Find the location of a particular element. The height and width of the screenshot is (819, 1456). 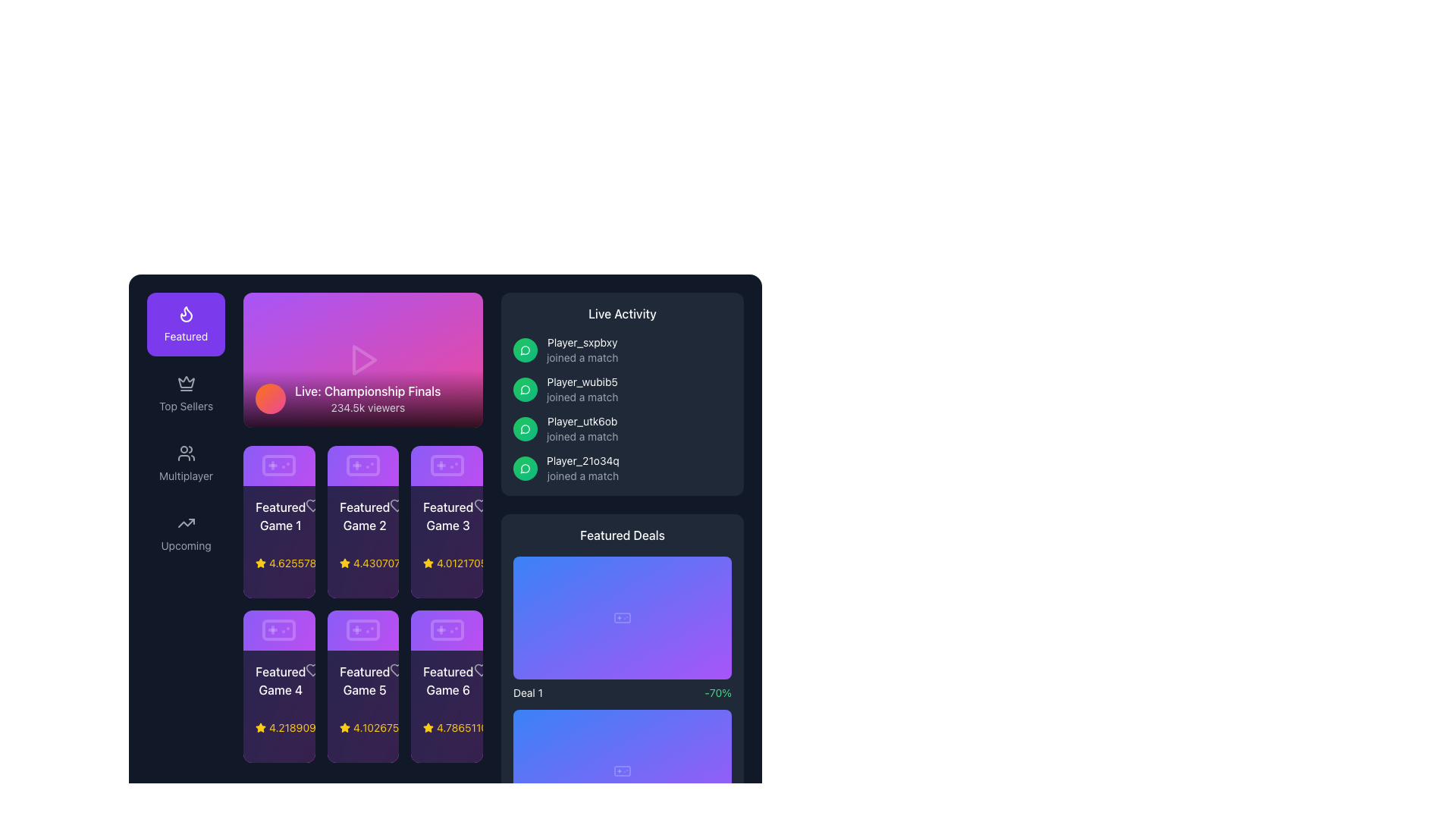

the yellow numerical text label reading '4.21890975809909', which is located next to a small yellow star icon in the bottom-left card of a grid of six cards is located at coordinates (318, 727).